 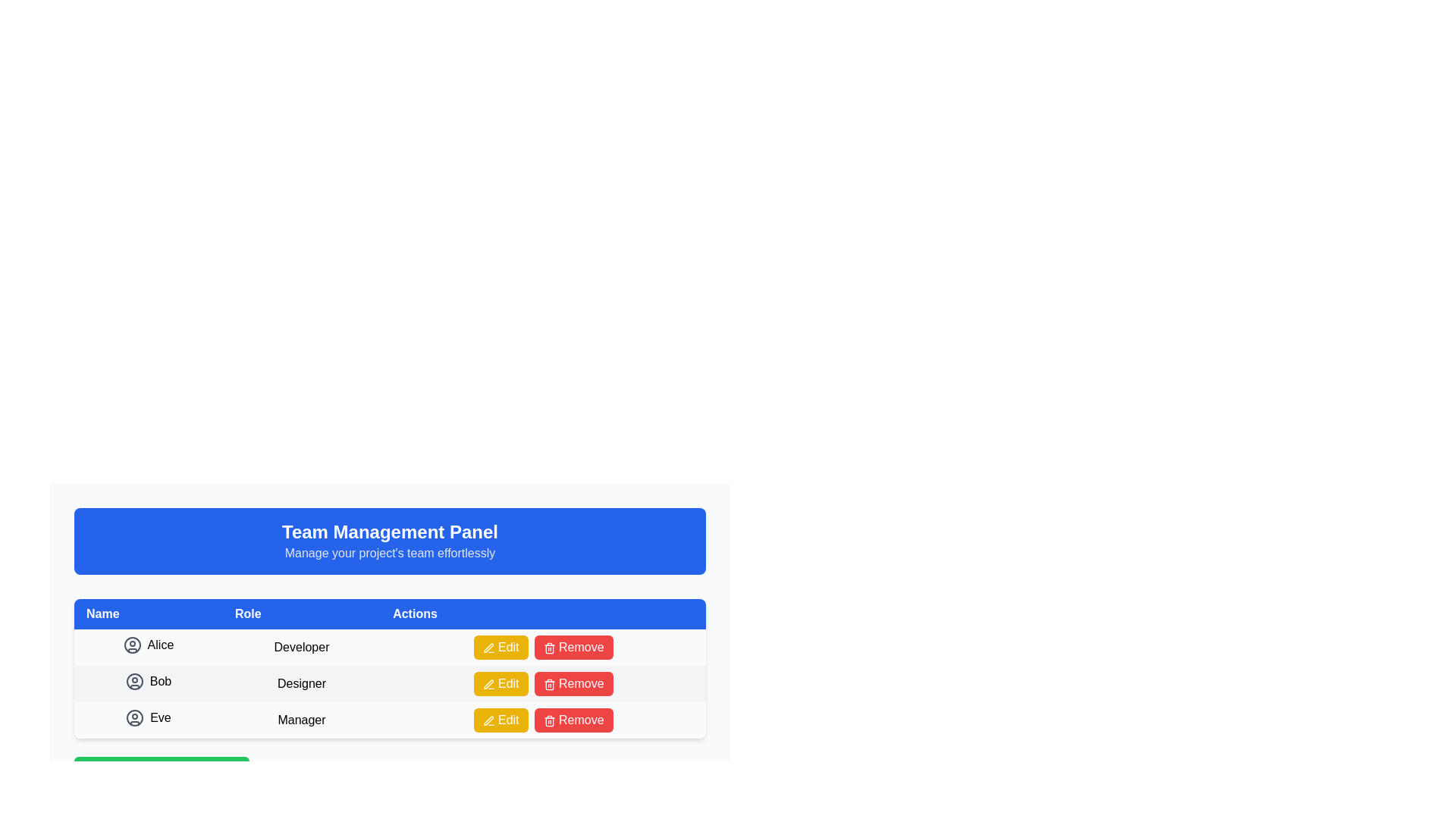 What do you see at coordinates (573, 684) in the screenshot?
I see `the 'Remove' button located in the 'Actions' column of the second row in the table` at bounding box center [573, 684].